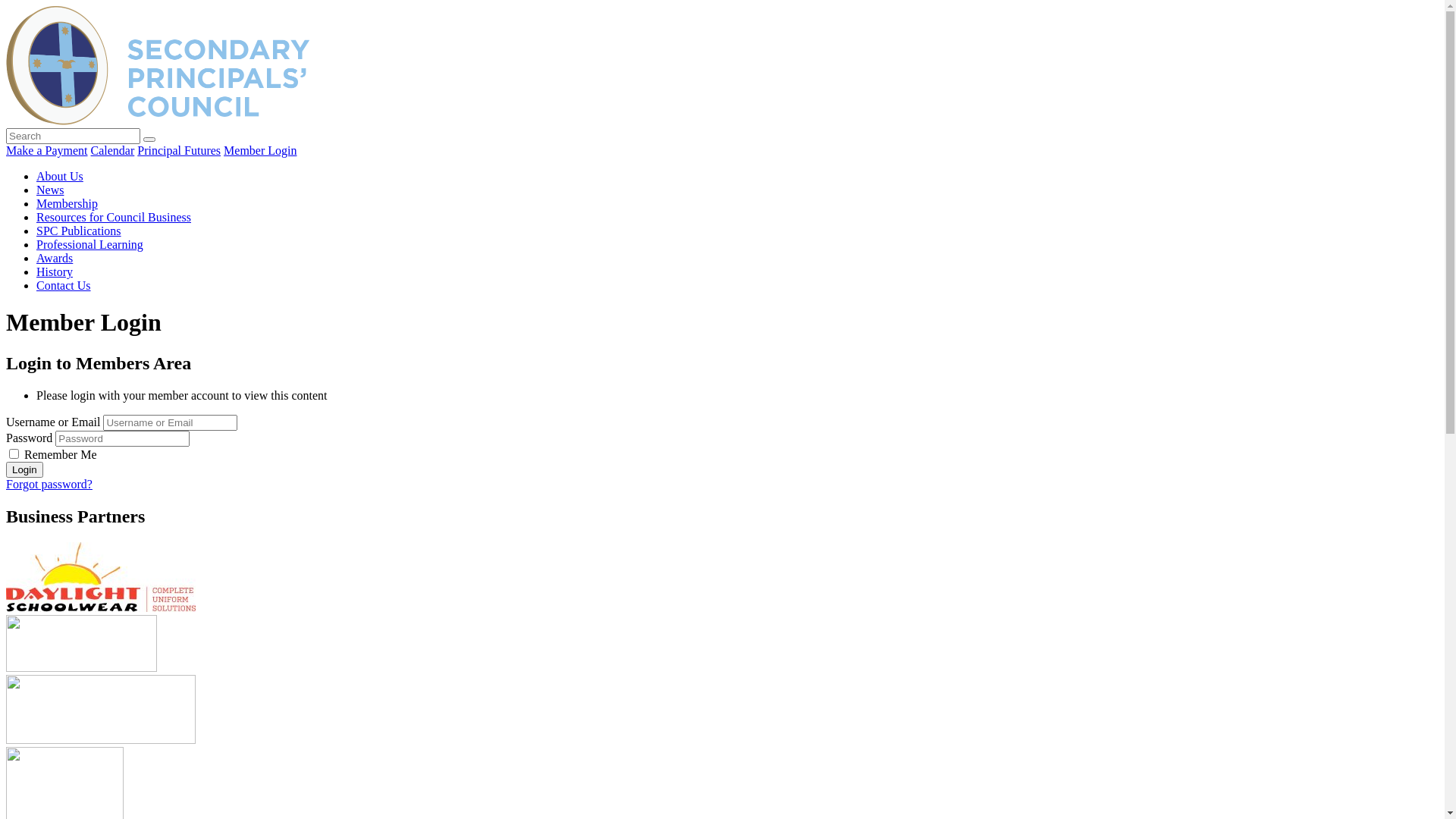 The width and height of the screenshot is (1456, 819). I want to click on 'About Us', so click(59, 175).